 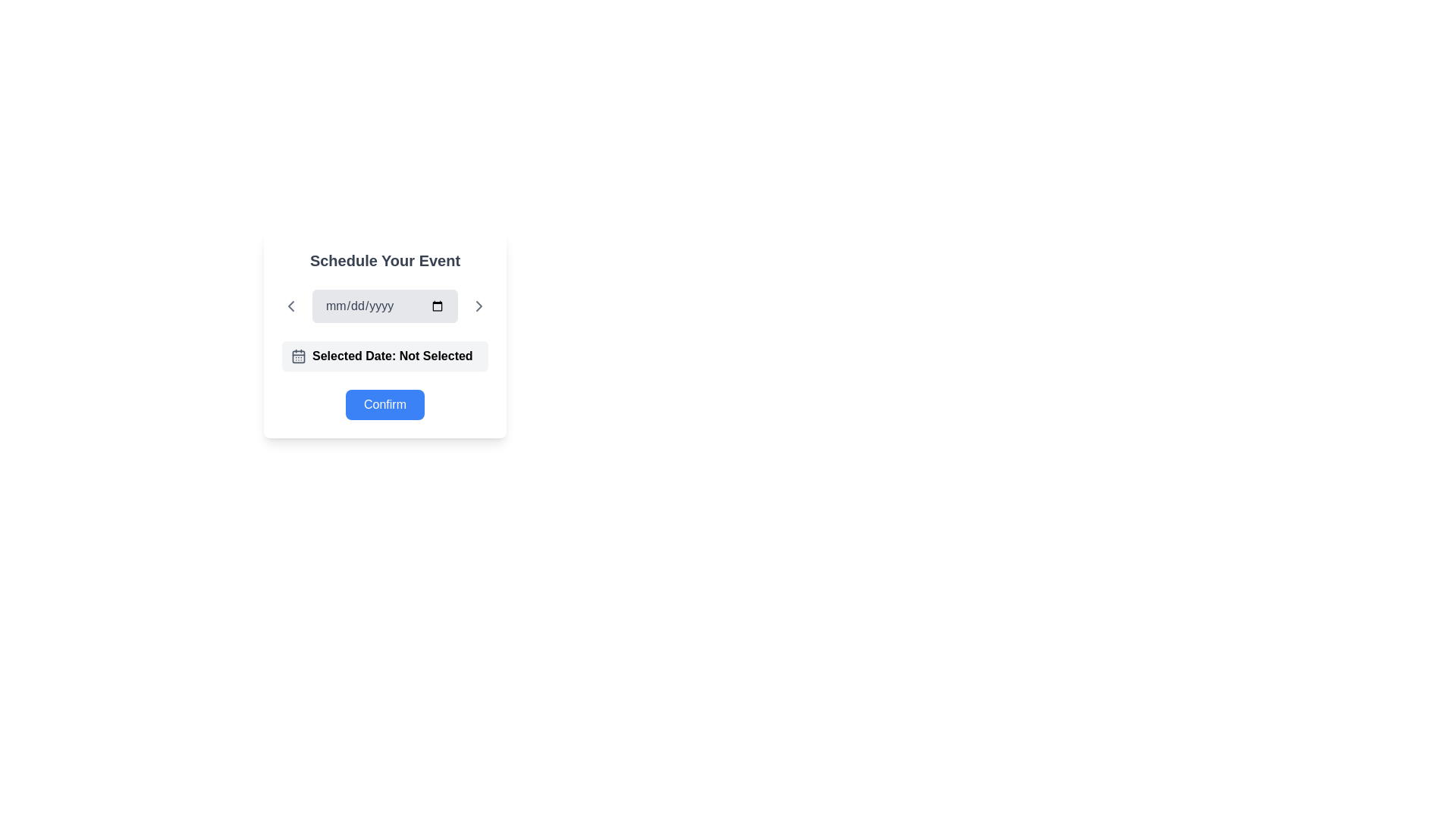 I want to click on the Text Display Field that displays the selected date, currently indicating no date has been chosen, located below the date picker and above the 'Confirm' button in the center modal, so click(x=385, y=356).